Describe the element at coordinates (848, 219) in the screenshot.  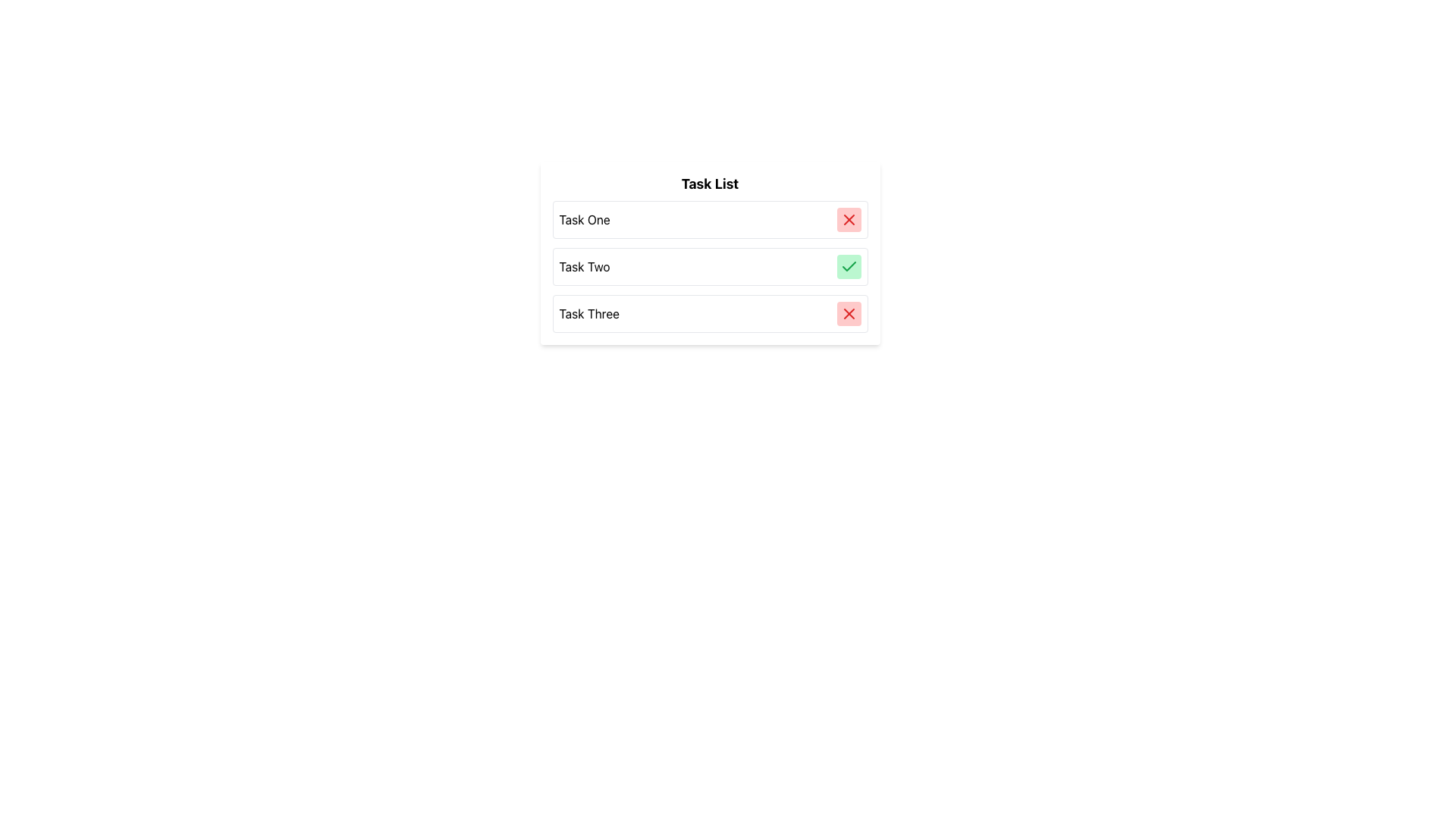
I see `the red circular icon with an 'X' symbol located to the far right of the 'Task One' text` at that location.